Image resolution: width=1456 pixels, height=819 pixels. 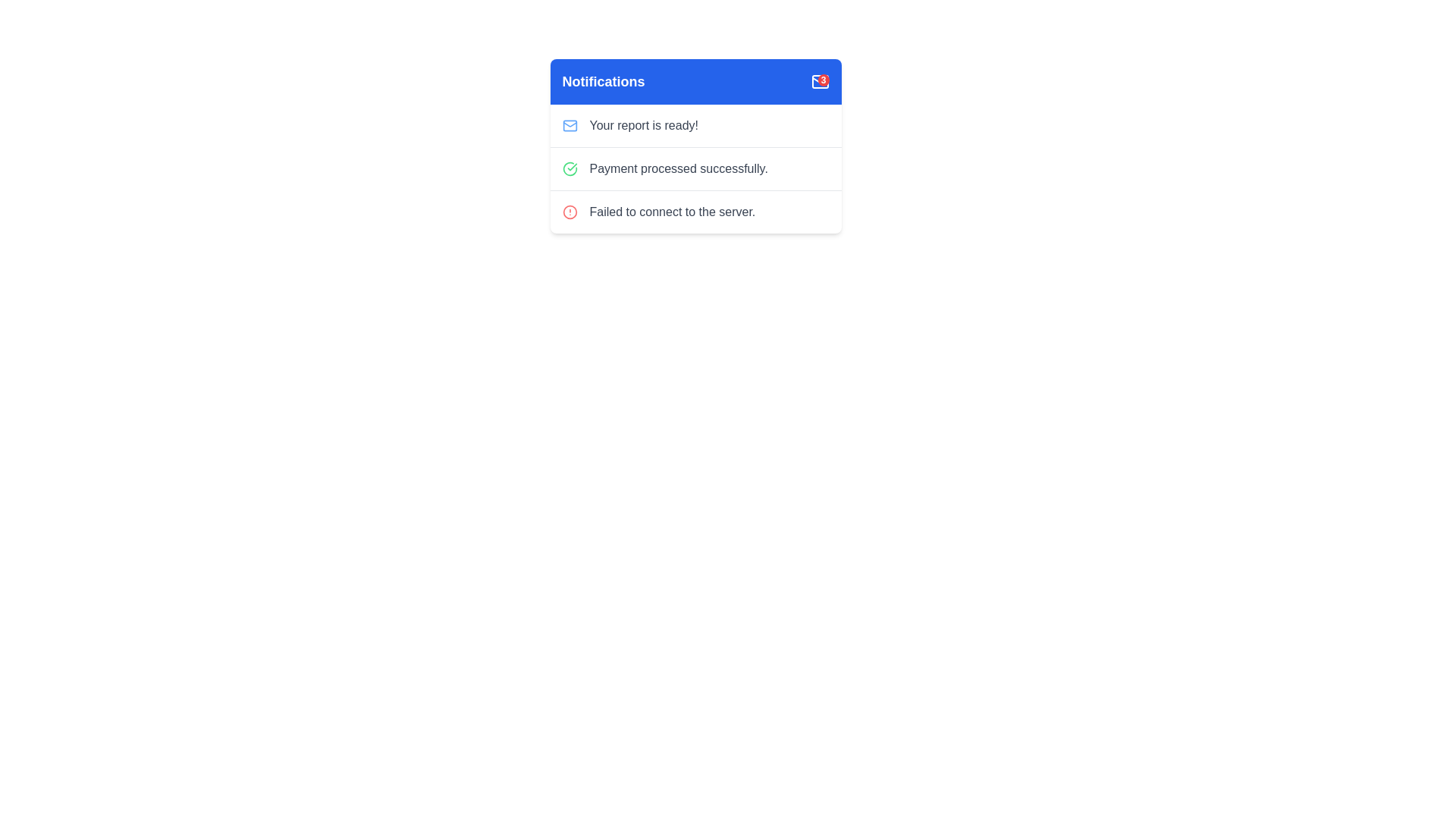 What do you see at coordinates (695, 146) in the screenshot?
I see `the individual notifications within the Notifications panel, which has a blue header and a red badge indicating '3' notifications` at bounding box center [695, 146].